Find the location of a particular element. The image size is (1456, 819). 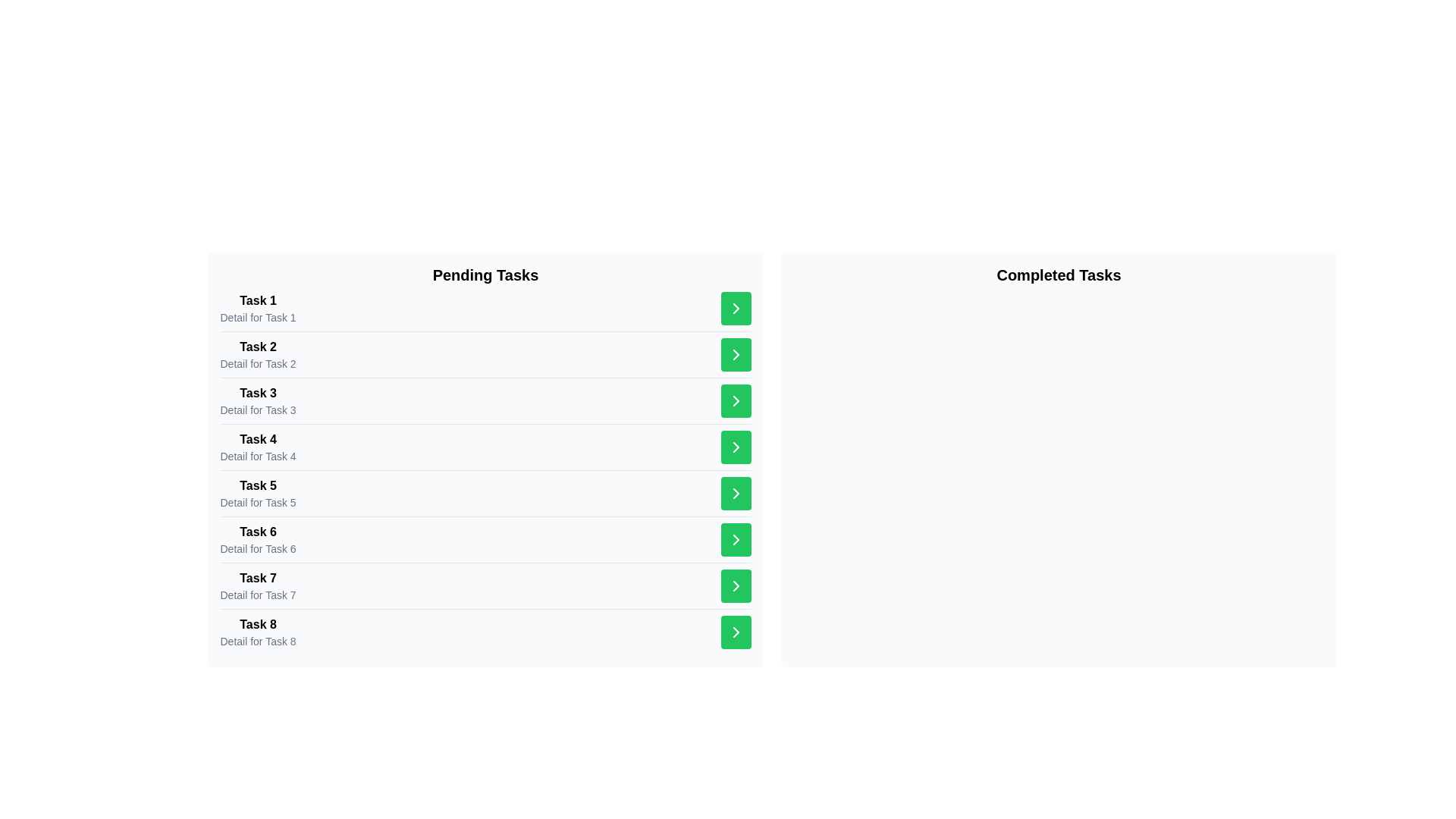

text content of the Text Label located beneath the 'Task 1' header in the 'Pending Tasks' section is located at coordinates (258, 317).